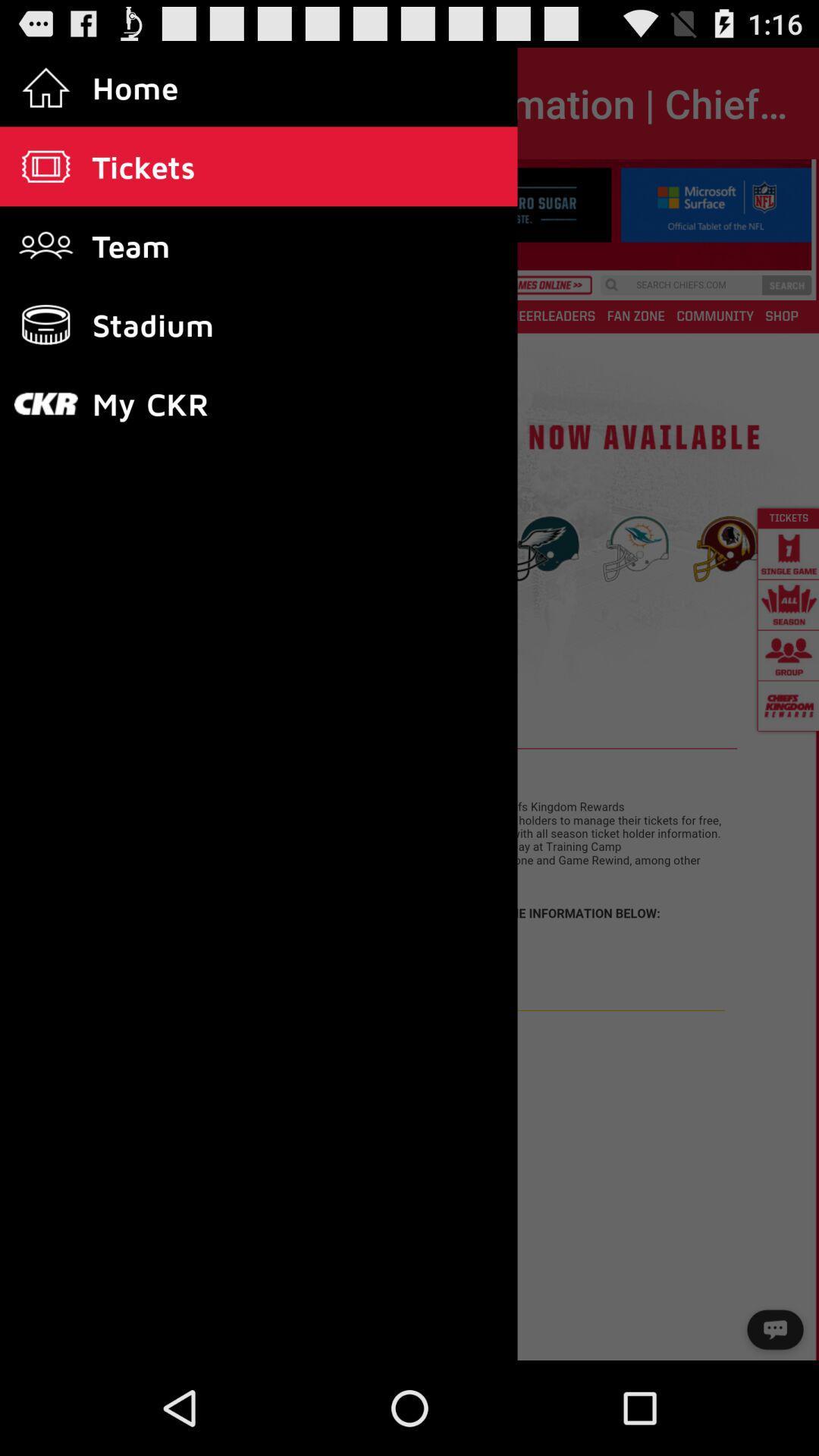 This screenshot has height=1456, width=819. Describe the element at coordinates (55, 102) in the screenshot. I see `the icon to the left of season tickets information item` at that location.